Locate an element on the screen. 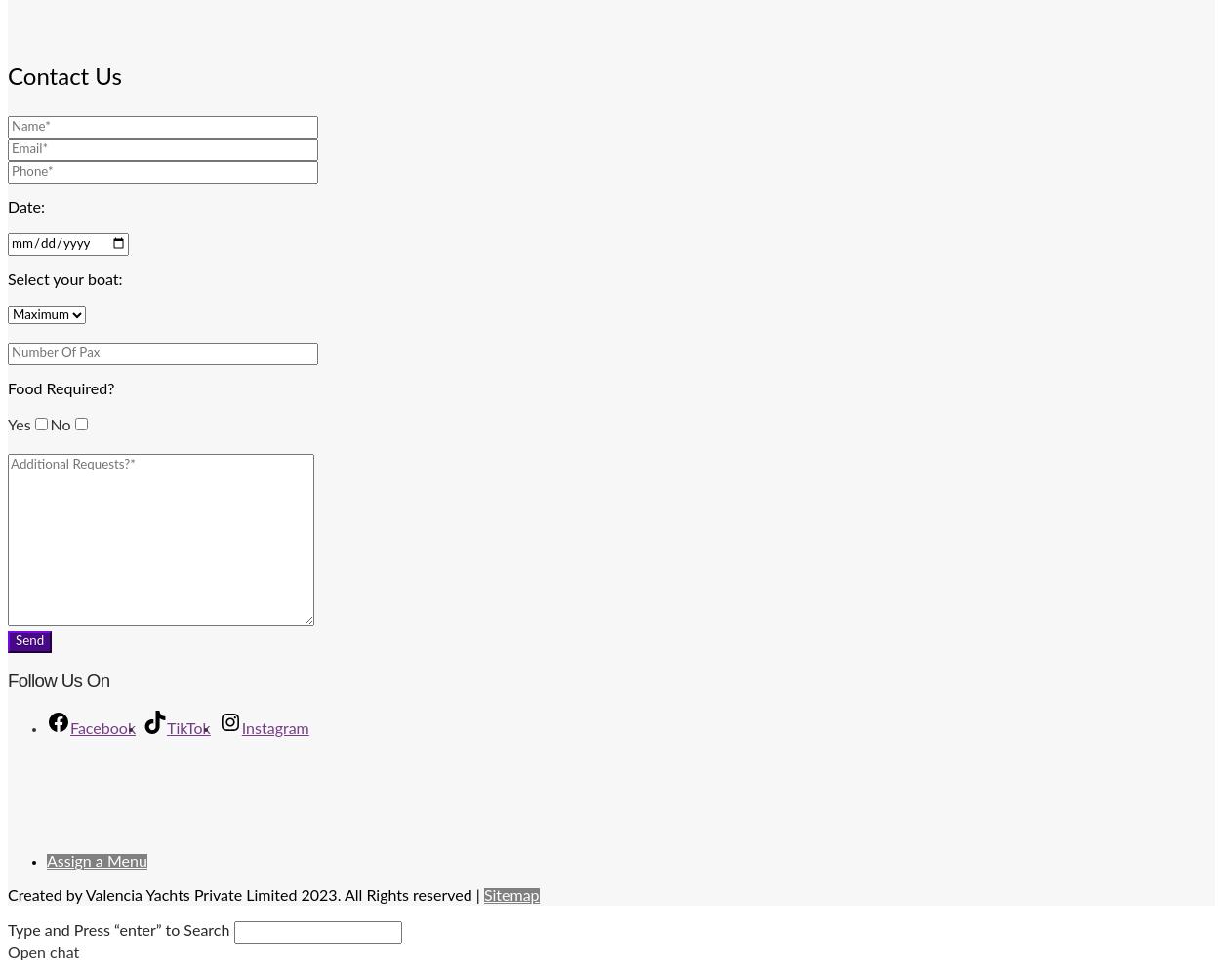  'Assign a Menu' is located at coordinates (46, 861).